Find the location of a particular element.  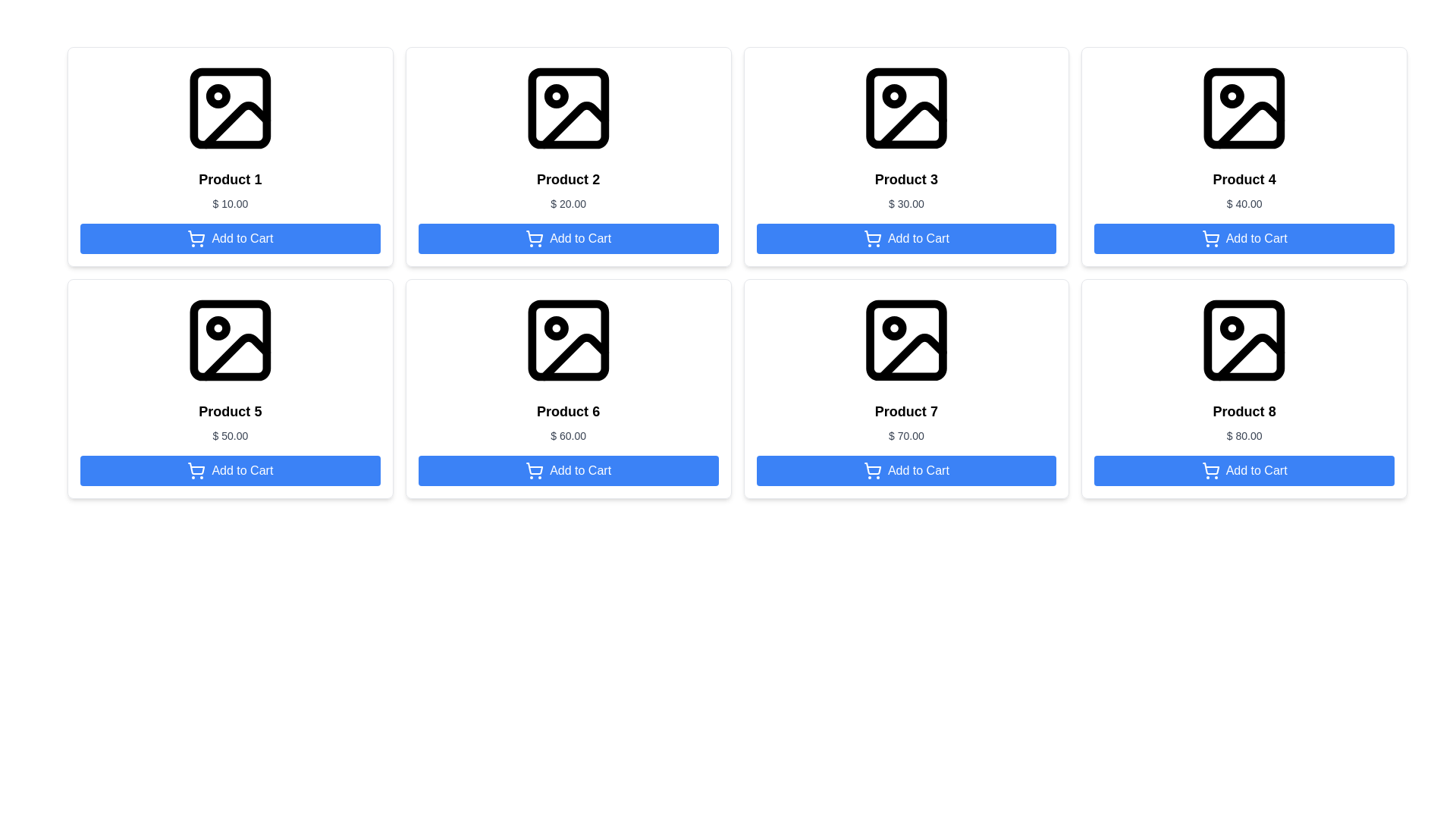

the graphical circle that is part of the 'Product 7' card, located in the middle row of the grid, second from the right, within the top-left quadrant of the image is located at coordinates (894, 327).